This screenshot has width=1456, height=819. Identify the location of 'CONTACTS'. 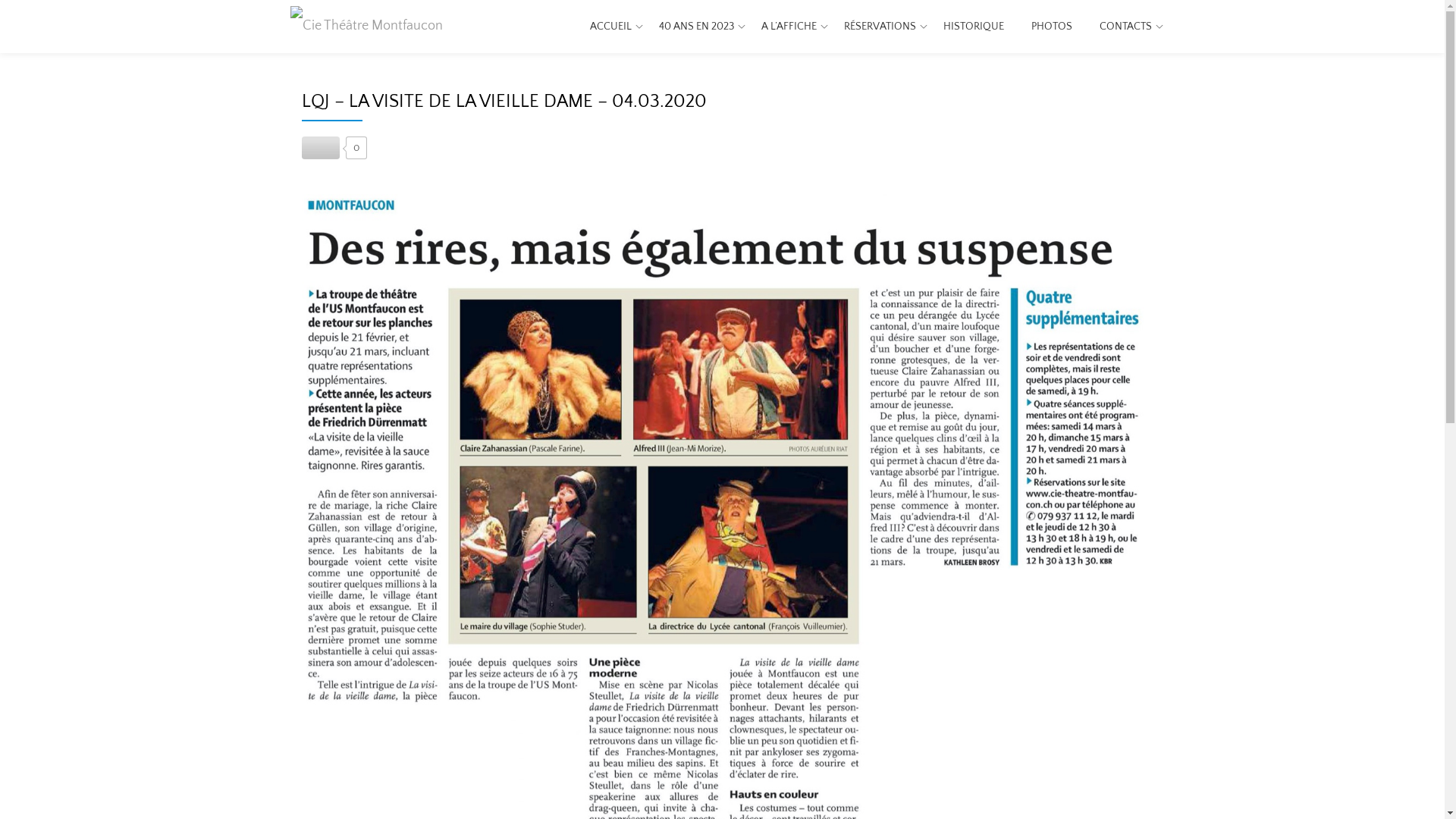
(1099, 26).